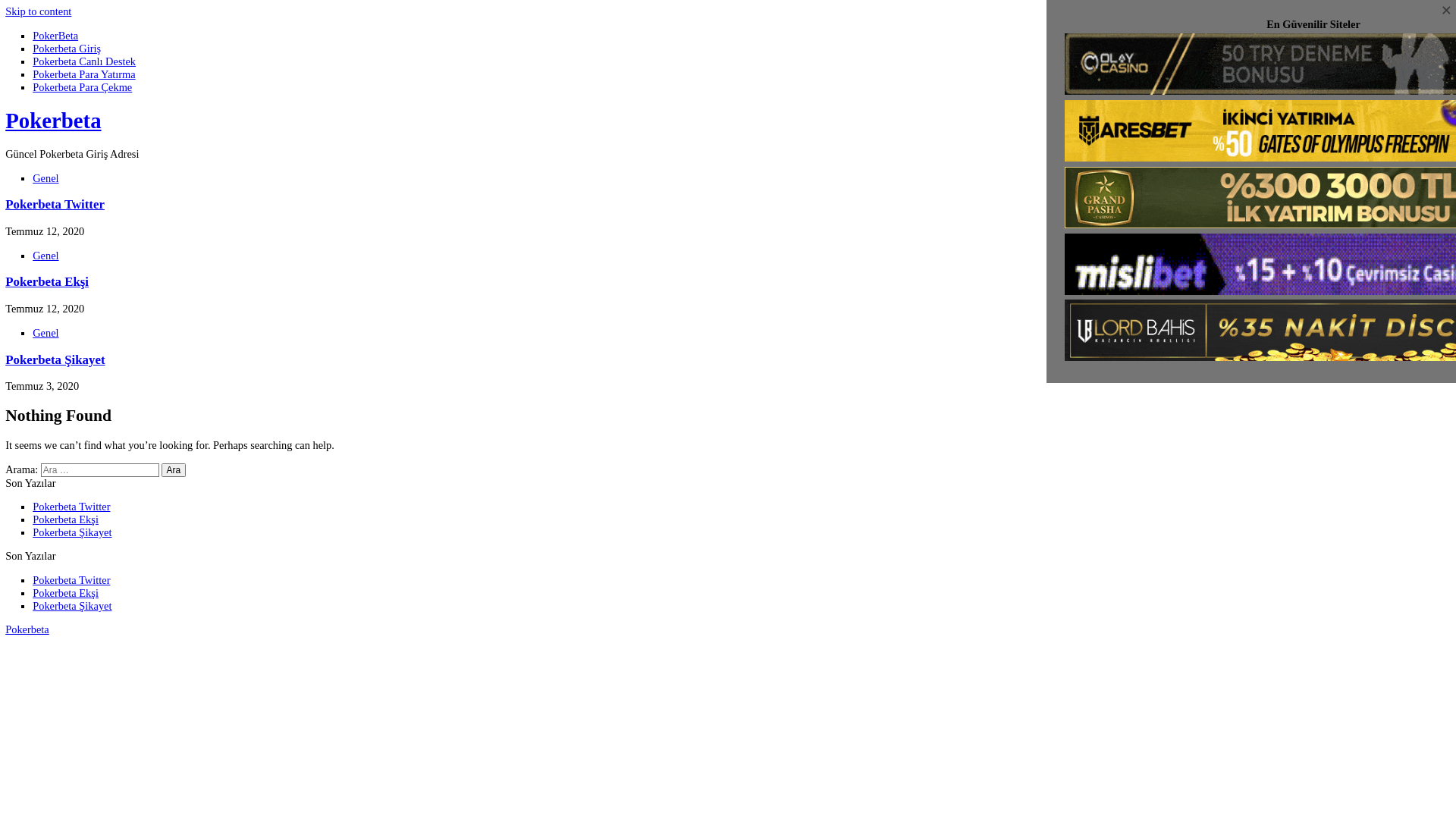 This screenshot has height=819, width=1456. What do you see at coordinates (51, 197) in the screenshot?
I see `'Genel'` at bounding box center [51, 197].